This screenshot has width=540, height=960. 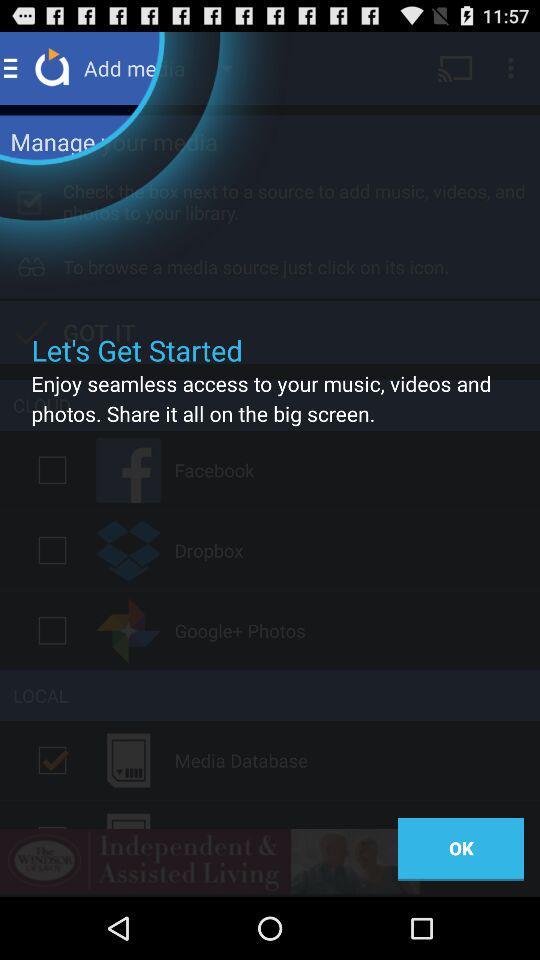 I want to click on selection check box, so click(x=52, y=470).